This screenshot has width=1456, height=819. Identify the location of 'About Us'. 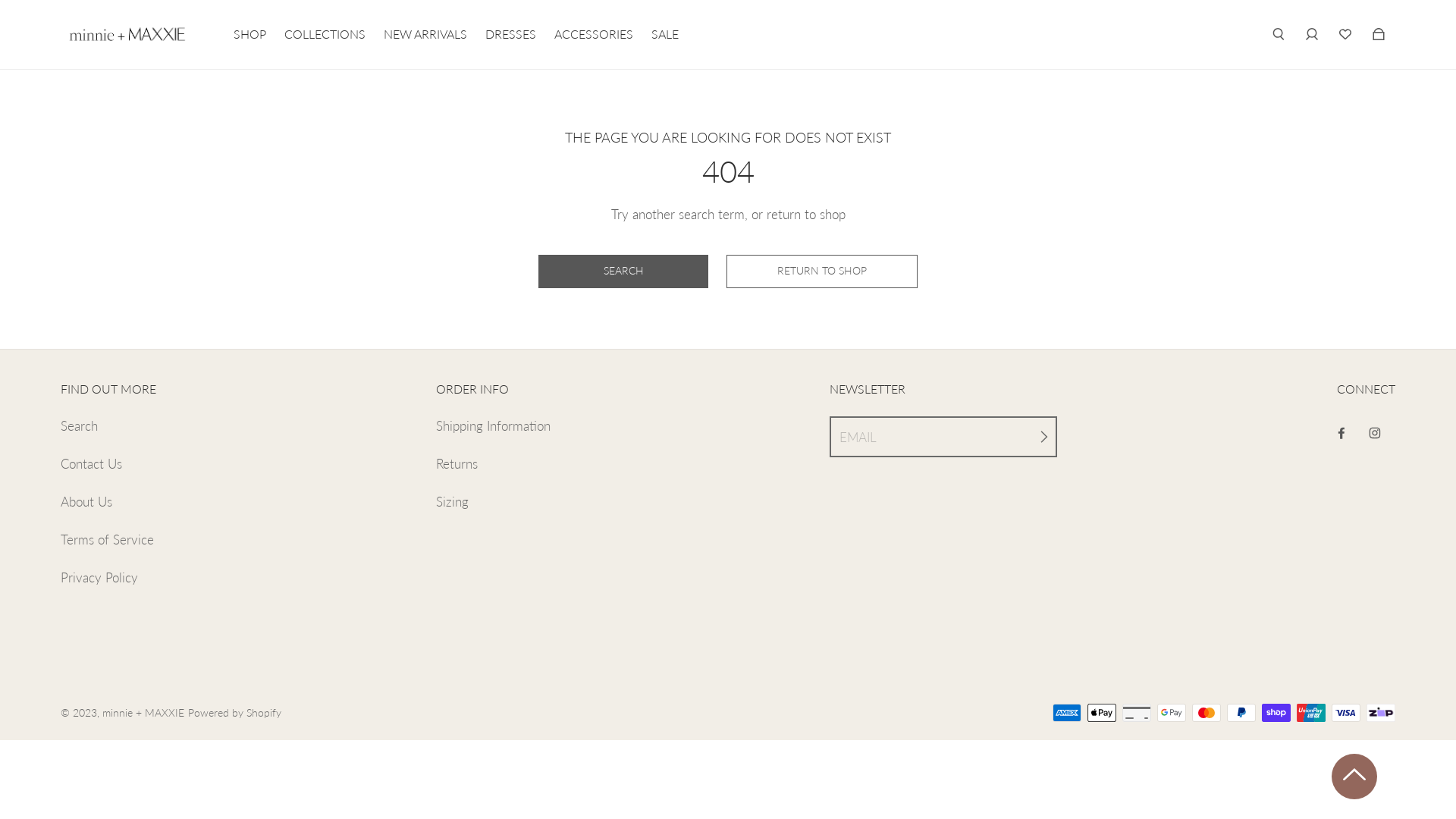
(61, 502).